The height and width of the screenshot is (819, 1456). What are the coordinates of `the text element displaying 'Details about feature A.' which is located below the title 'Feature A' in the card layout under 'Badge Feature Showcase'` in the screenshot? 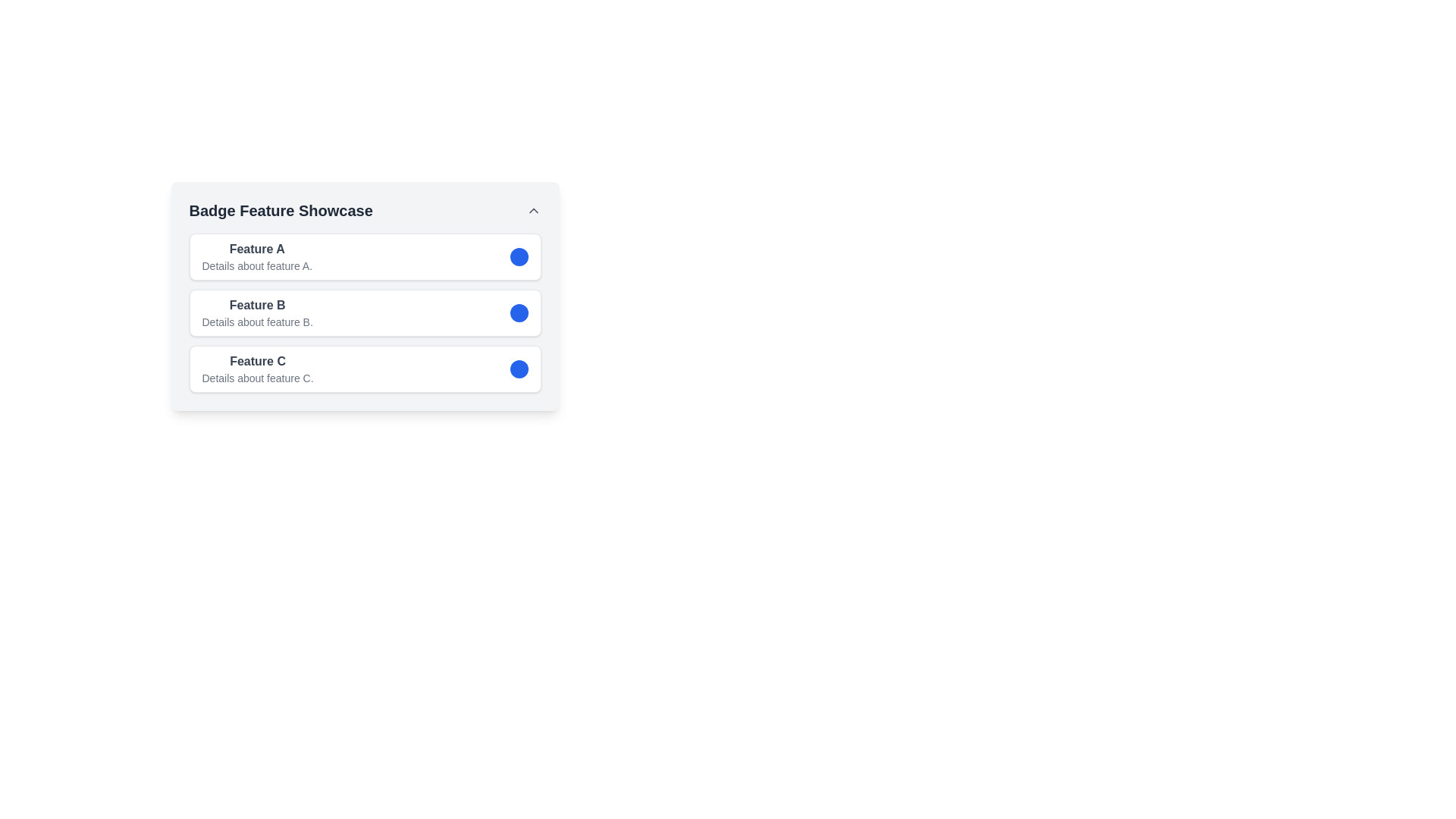 It's located at (257, 265).